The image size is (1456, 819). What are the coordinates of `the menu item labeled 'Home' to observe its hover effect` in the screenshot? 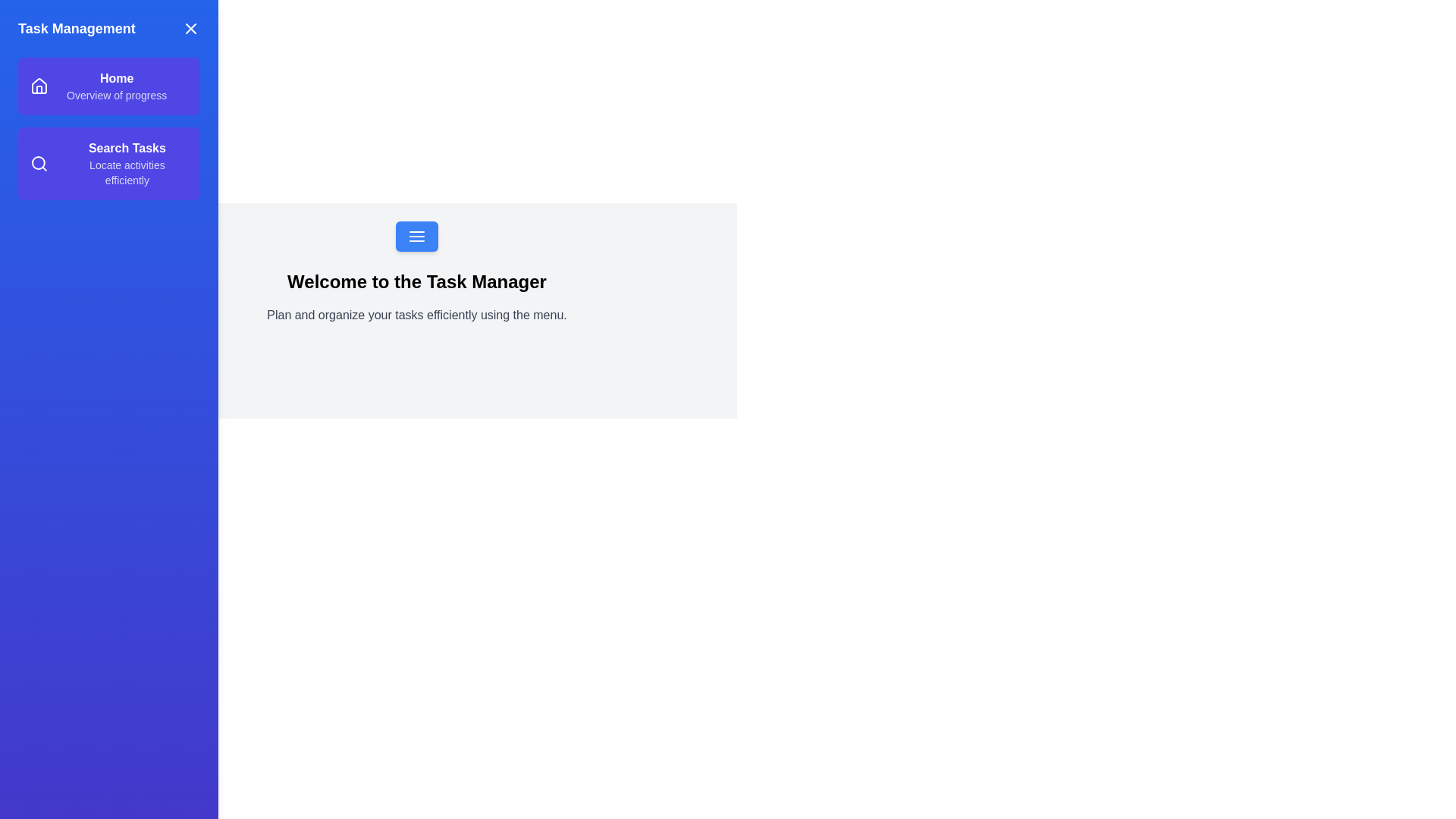 It's located at (108, 86).